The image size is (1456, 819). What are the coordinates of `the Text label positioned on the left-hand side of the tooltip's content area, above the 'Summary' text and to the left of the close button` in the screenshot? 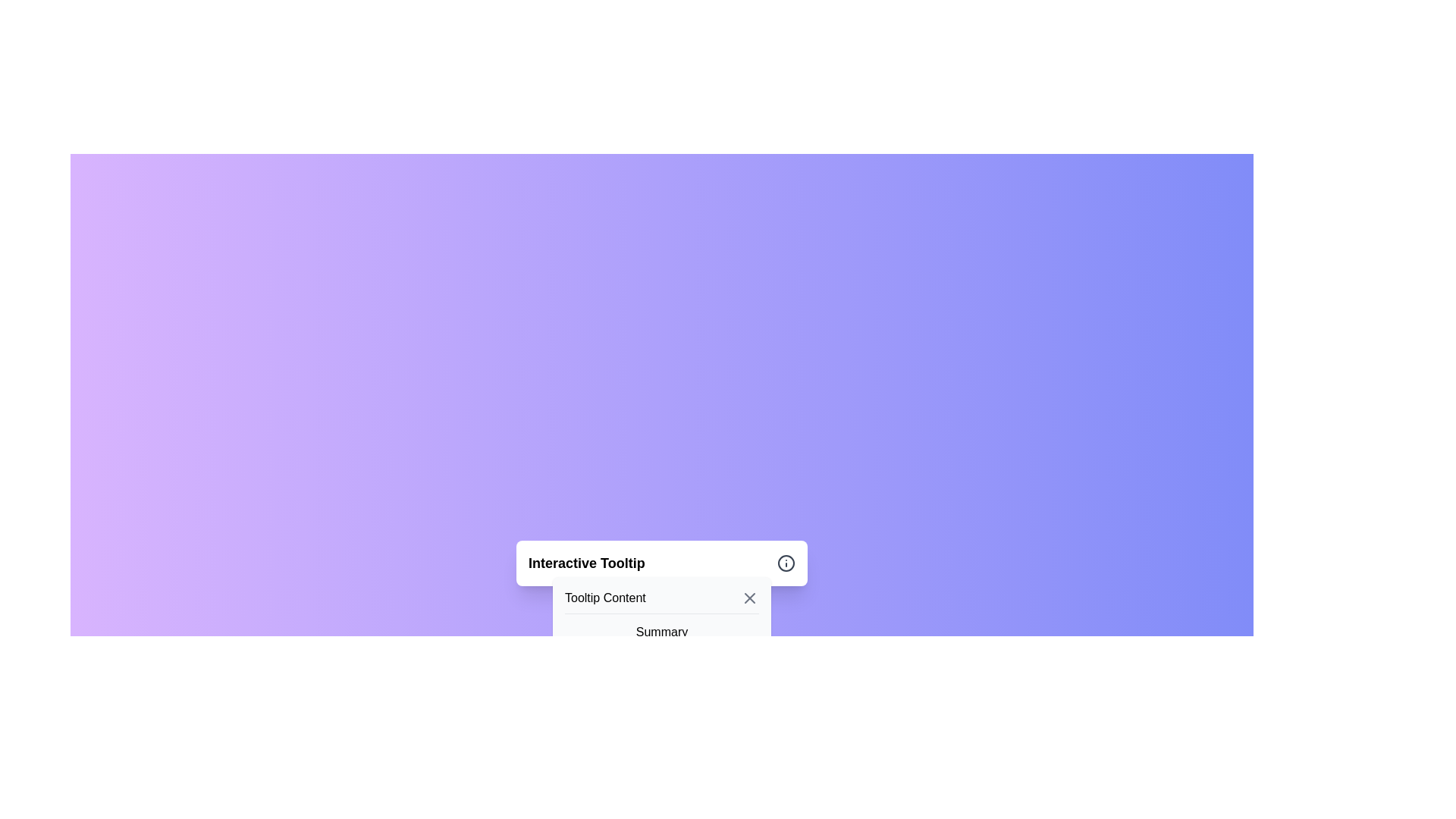 It's located at (604, 598).